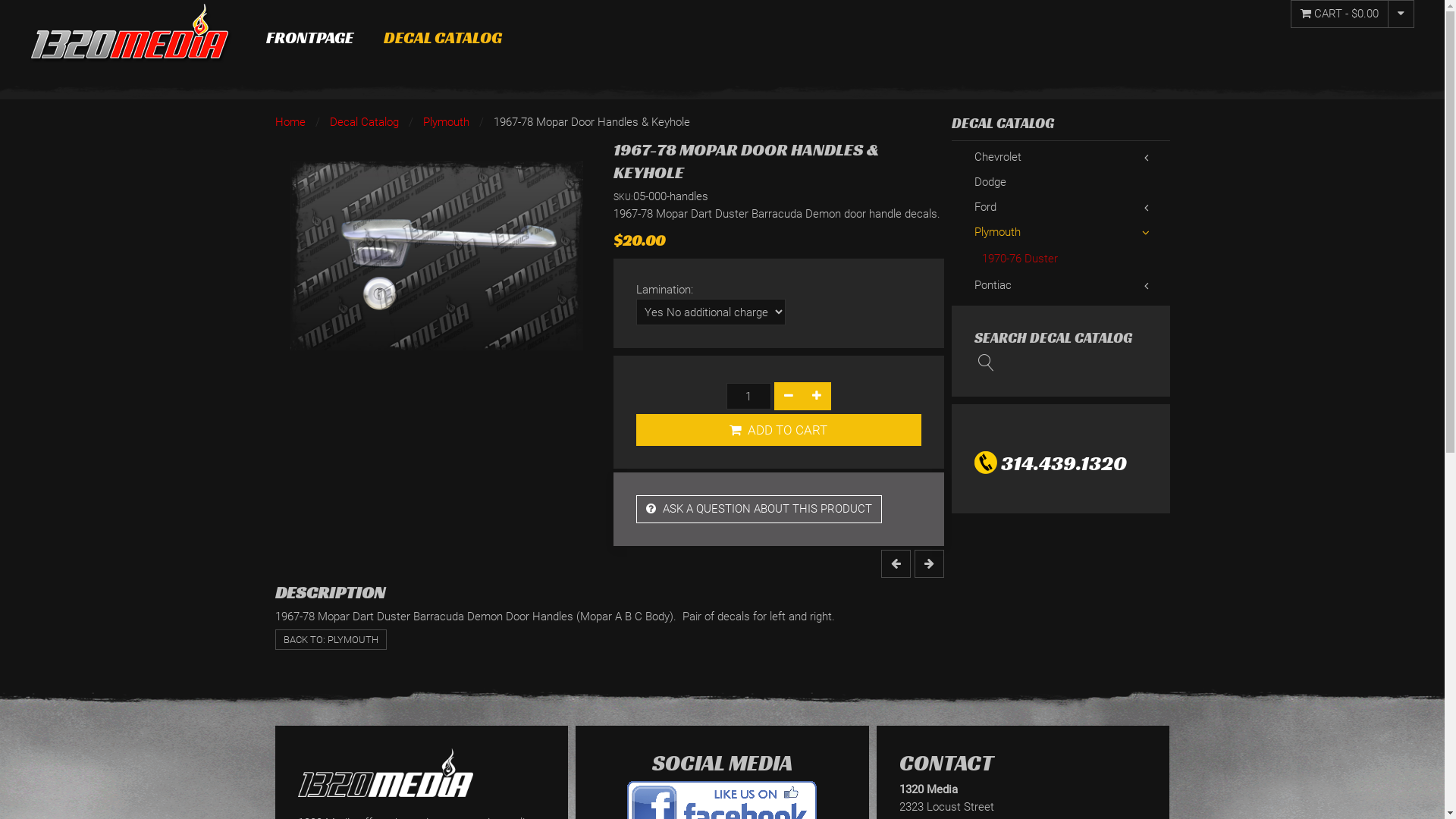 The image size is (1456, 819). I want to click on 'mopar-door-handles.jpg', so click(435, 255).